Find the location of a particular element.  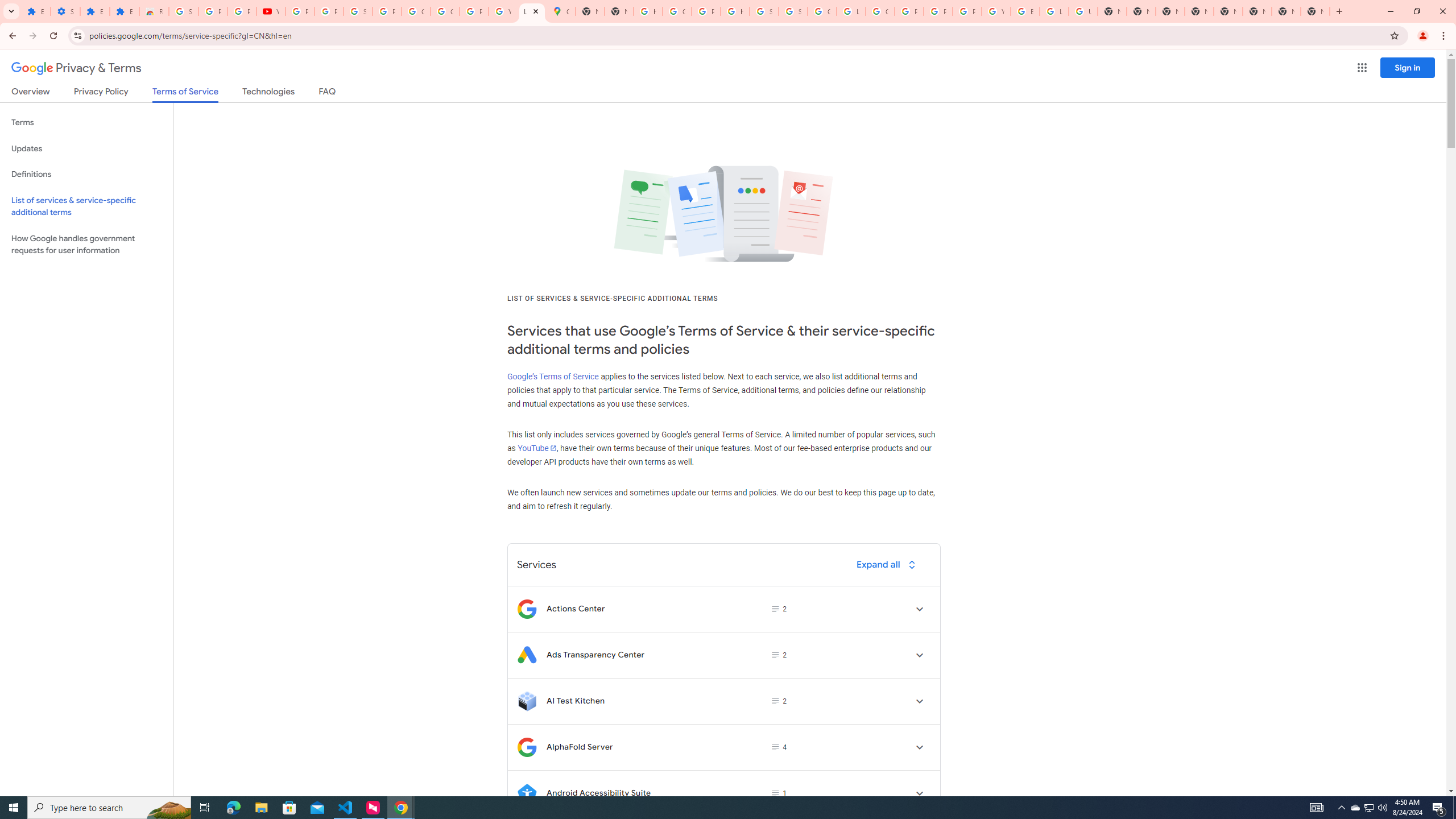

'Sign in - Google Accounts' is located at coordinates (183, 11).